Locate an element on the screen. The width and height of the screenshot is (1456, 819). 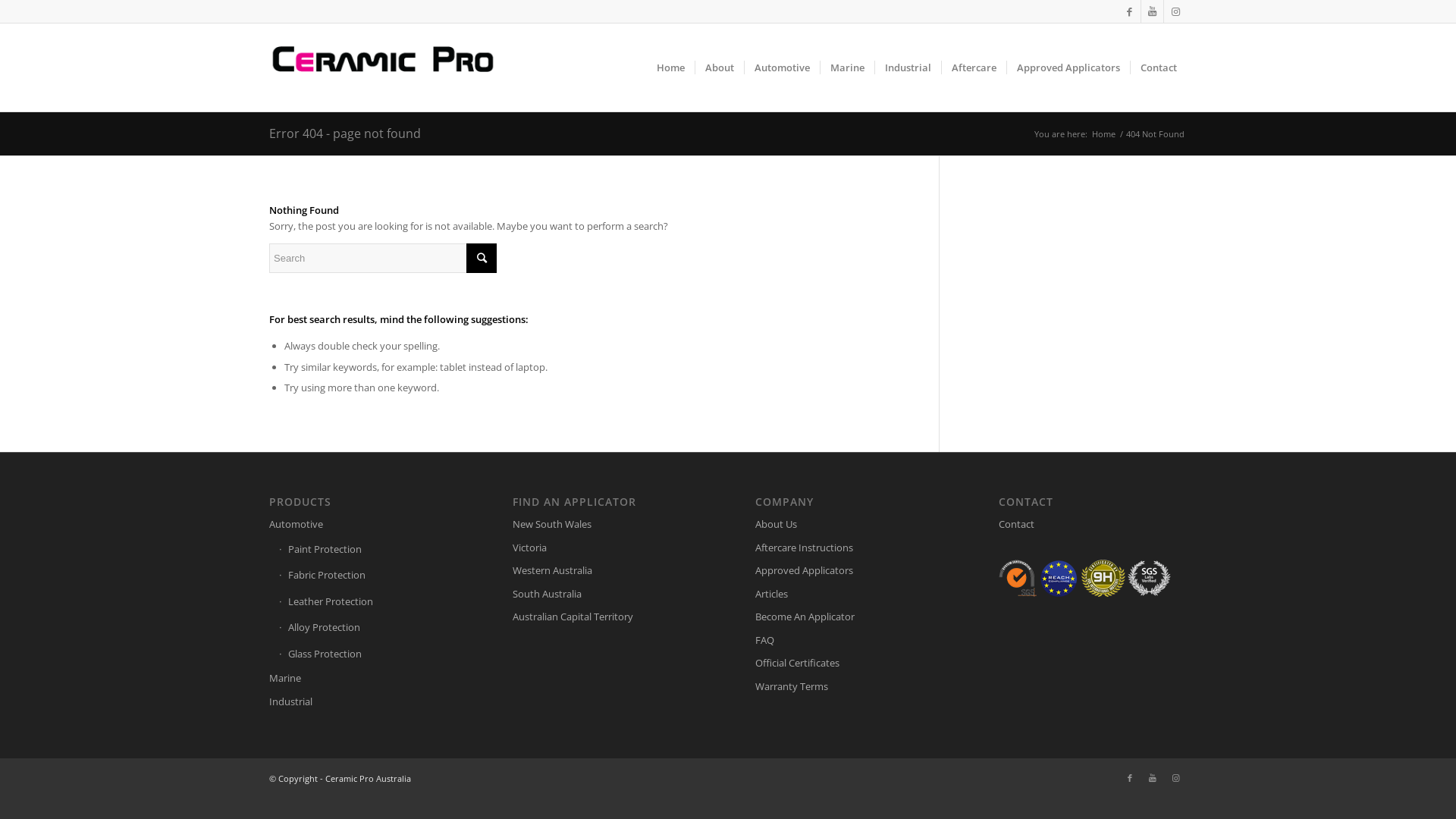
'Become An Applicator' is located at coordinates (848, 617).